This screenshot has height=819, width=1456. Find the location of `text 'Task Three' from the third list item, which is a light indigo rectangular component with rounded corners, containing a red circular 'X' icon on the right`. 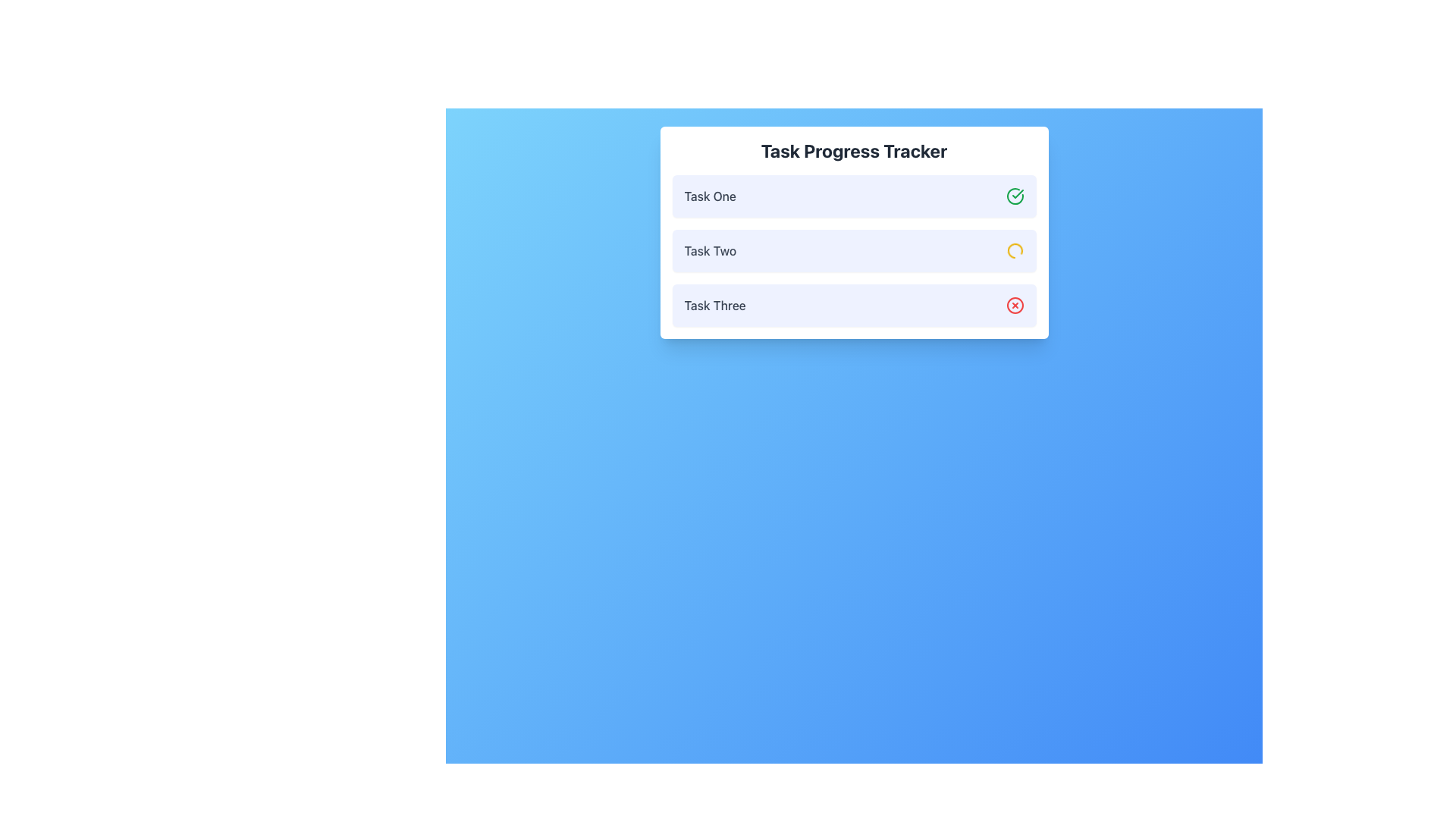

text 'Task Three' from the third list item, which is a light indigo rectangular component with rounded corners, containing a red circular 'X' icon on the right is located at coordinates (854, 305).